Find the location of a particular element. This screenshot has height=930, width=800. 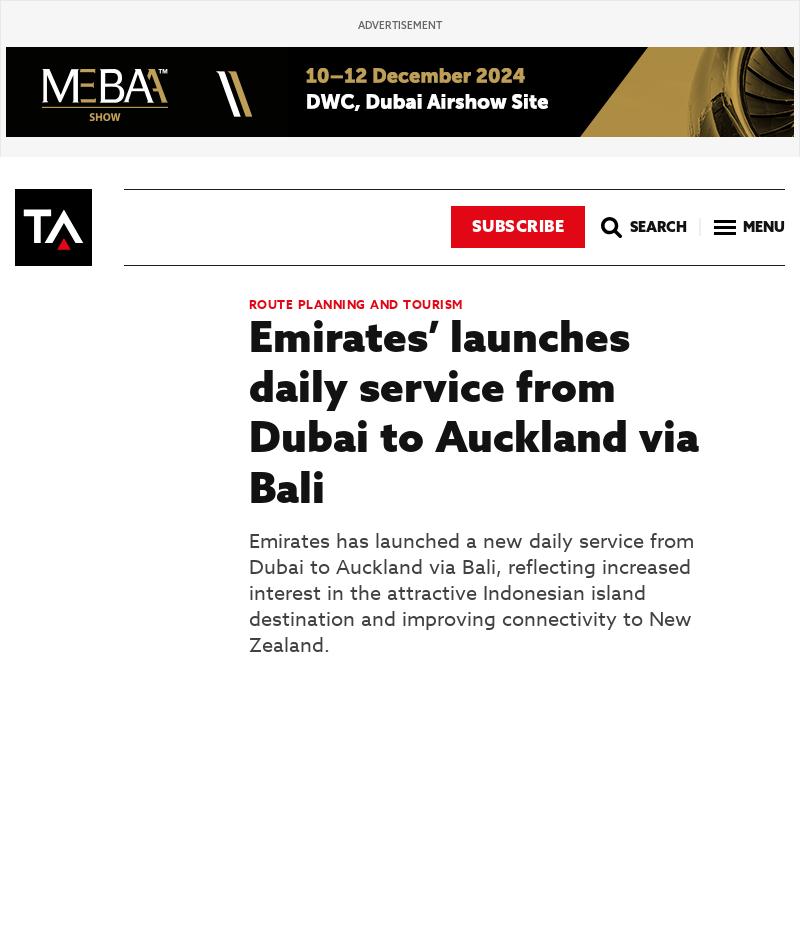

'Rolls-Royce low-emission combustion system in flight test phase' is located at coordinates (315, 414).